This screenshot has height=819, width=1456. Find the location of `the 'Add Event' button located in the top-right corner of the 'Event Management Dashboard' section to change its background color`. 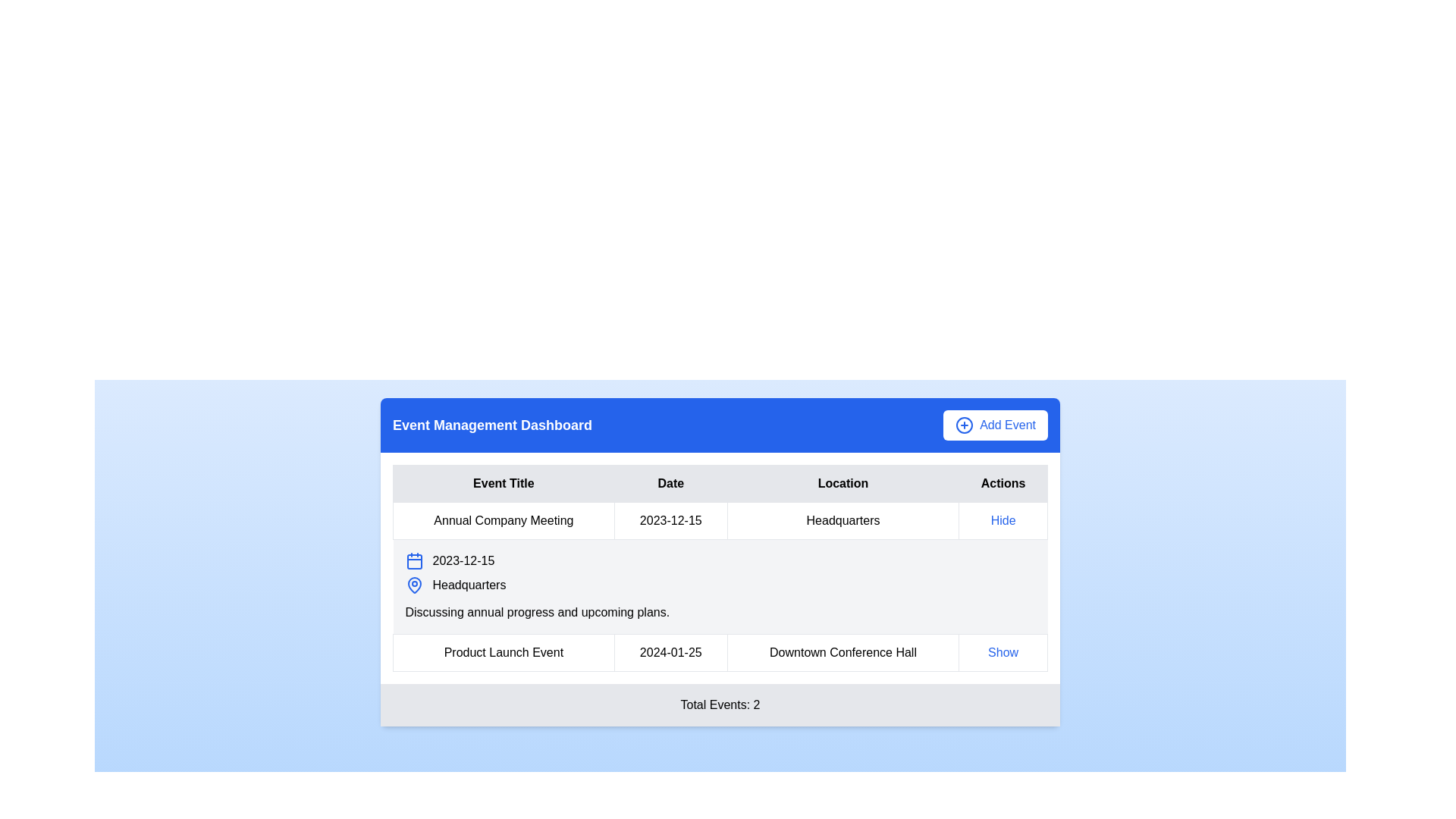

the 'Add Event' button located in the top-right corner of the 'Event Management Dashboard' section to change its background color is located at coordinates (996, 425).